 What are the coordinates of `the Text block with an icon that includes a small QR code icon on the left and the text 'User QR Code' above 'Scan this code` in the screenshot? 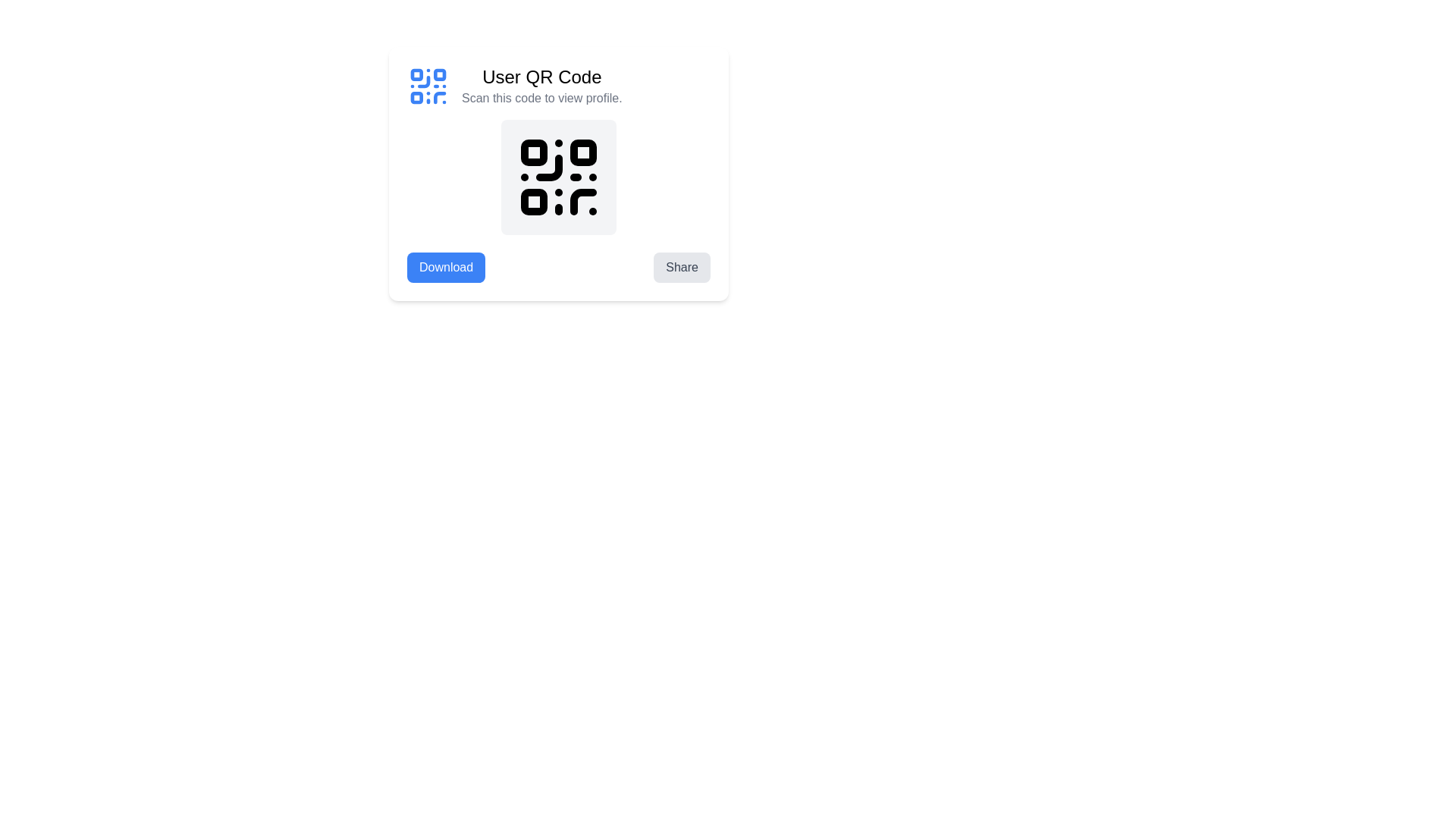 It's located at (558, 86).